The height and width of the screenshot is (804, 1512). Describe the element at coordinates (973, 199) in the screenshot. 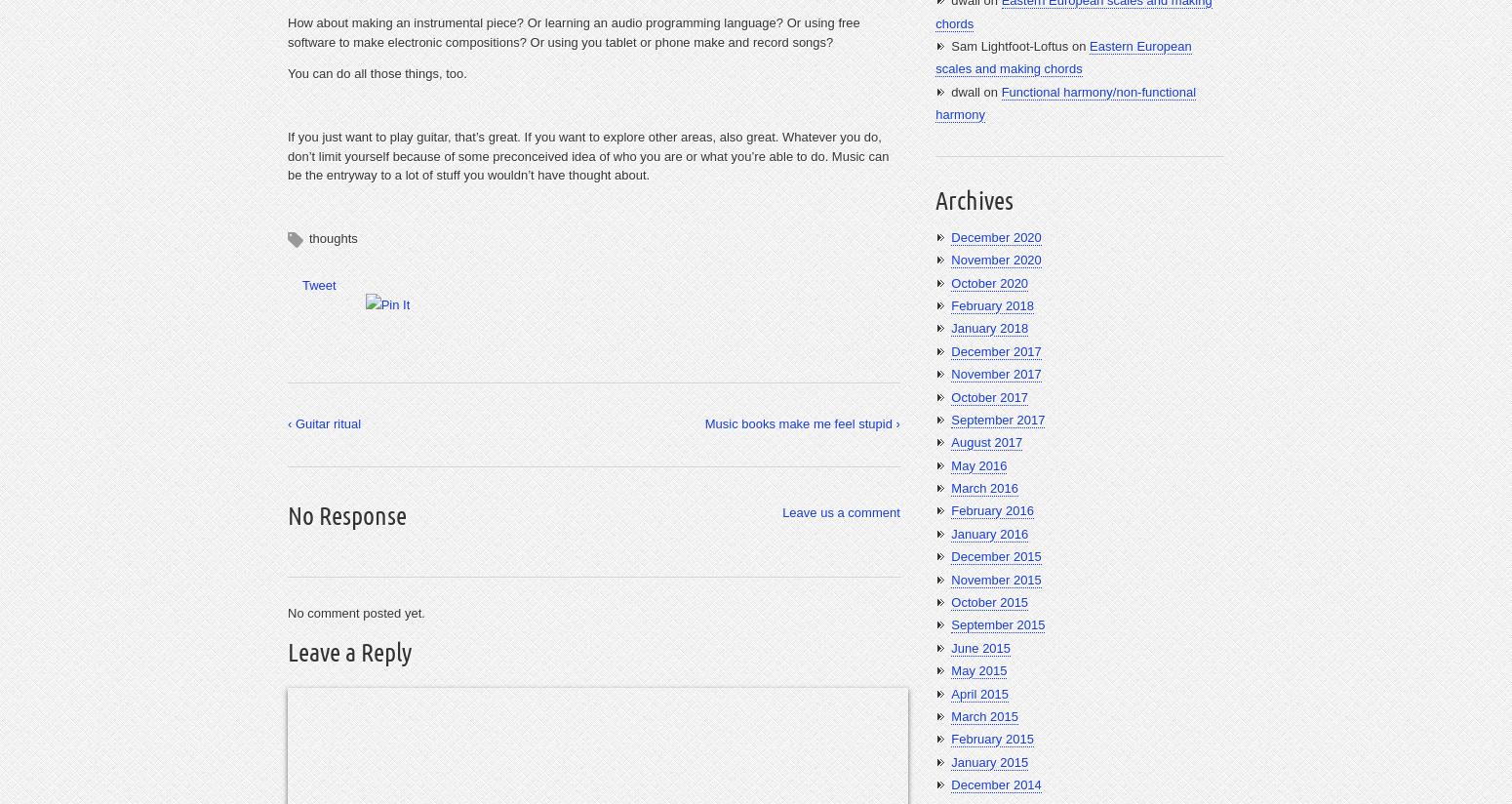

I see `'Archives'` at that location.